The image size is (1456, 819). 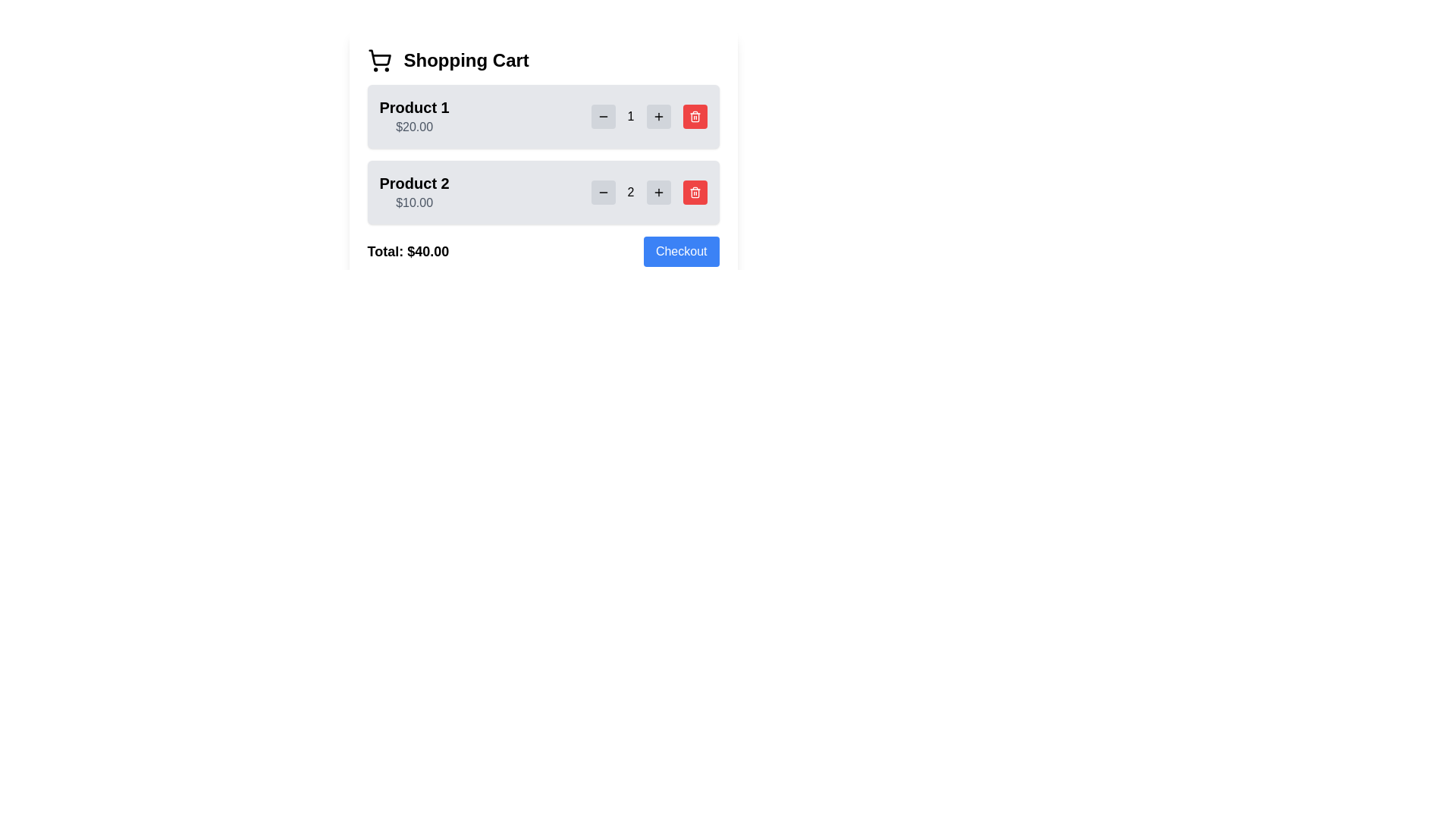 What do you see at coordinates (631, 192) in the screenshot?
I see `the numeric value '2' displayed in a bold font within the shopping cart interface, which is located in the second row of the product list between the minus sign and plus sign icons` at bounding box center [631, 192].